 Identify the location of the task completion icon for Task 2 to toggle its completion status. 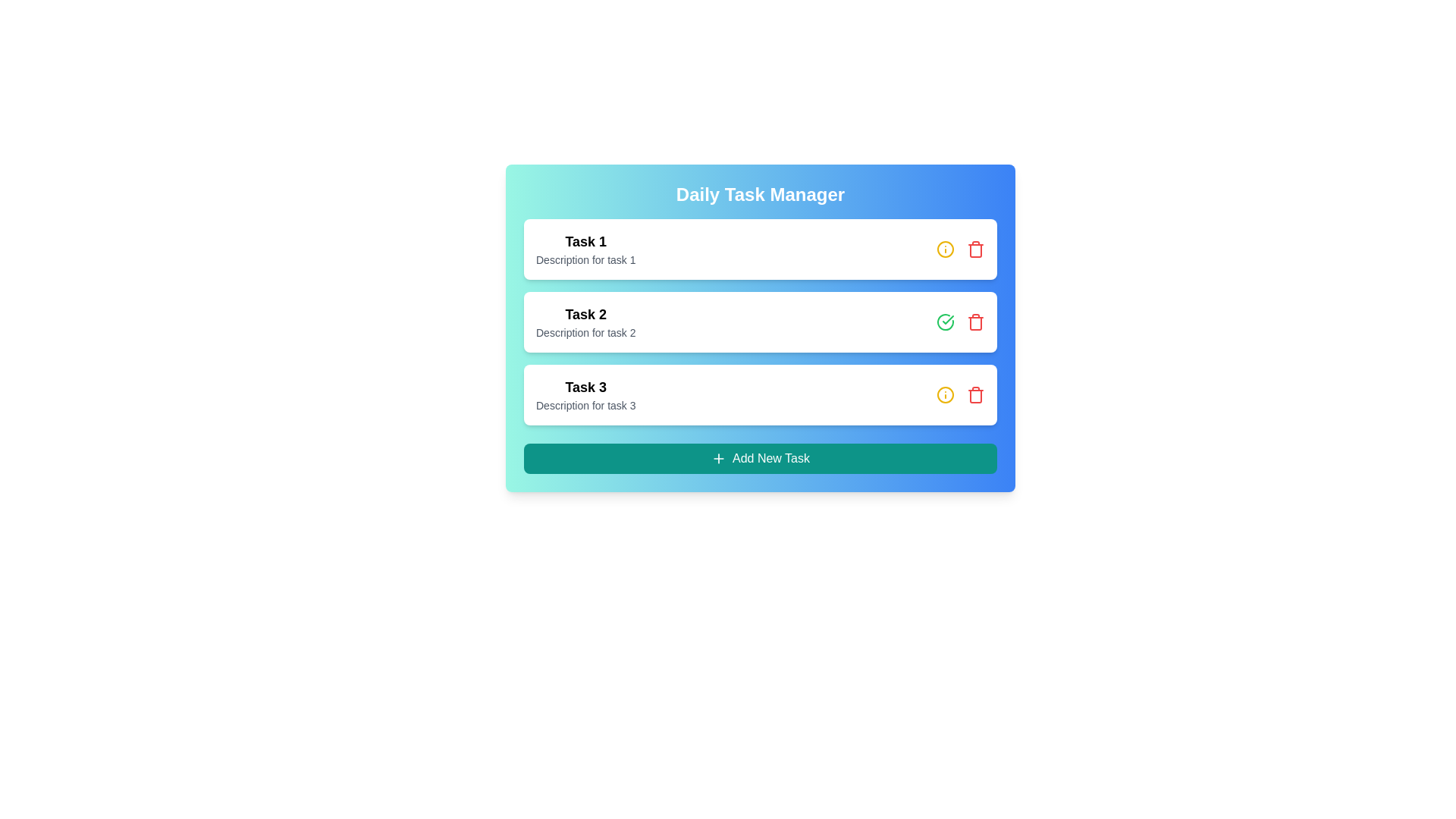
(945, 321).